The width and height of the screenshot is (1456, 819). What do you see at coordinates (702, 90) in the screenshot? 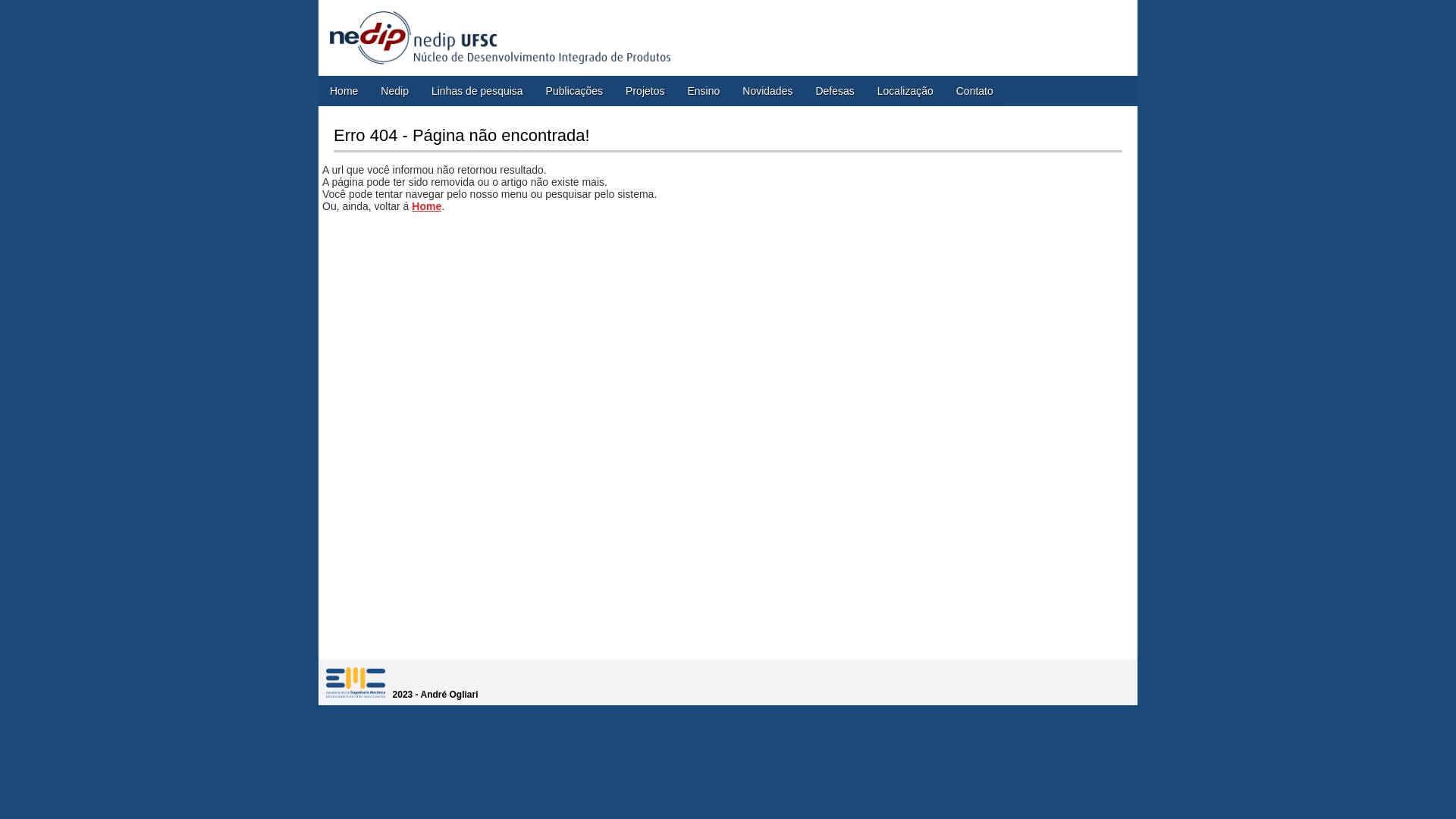
I see `'Ensino'` at bounding box center [702, 90].